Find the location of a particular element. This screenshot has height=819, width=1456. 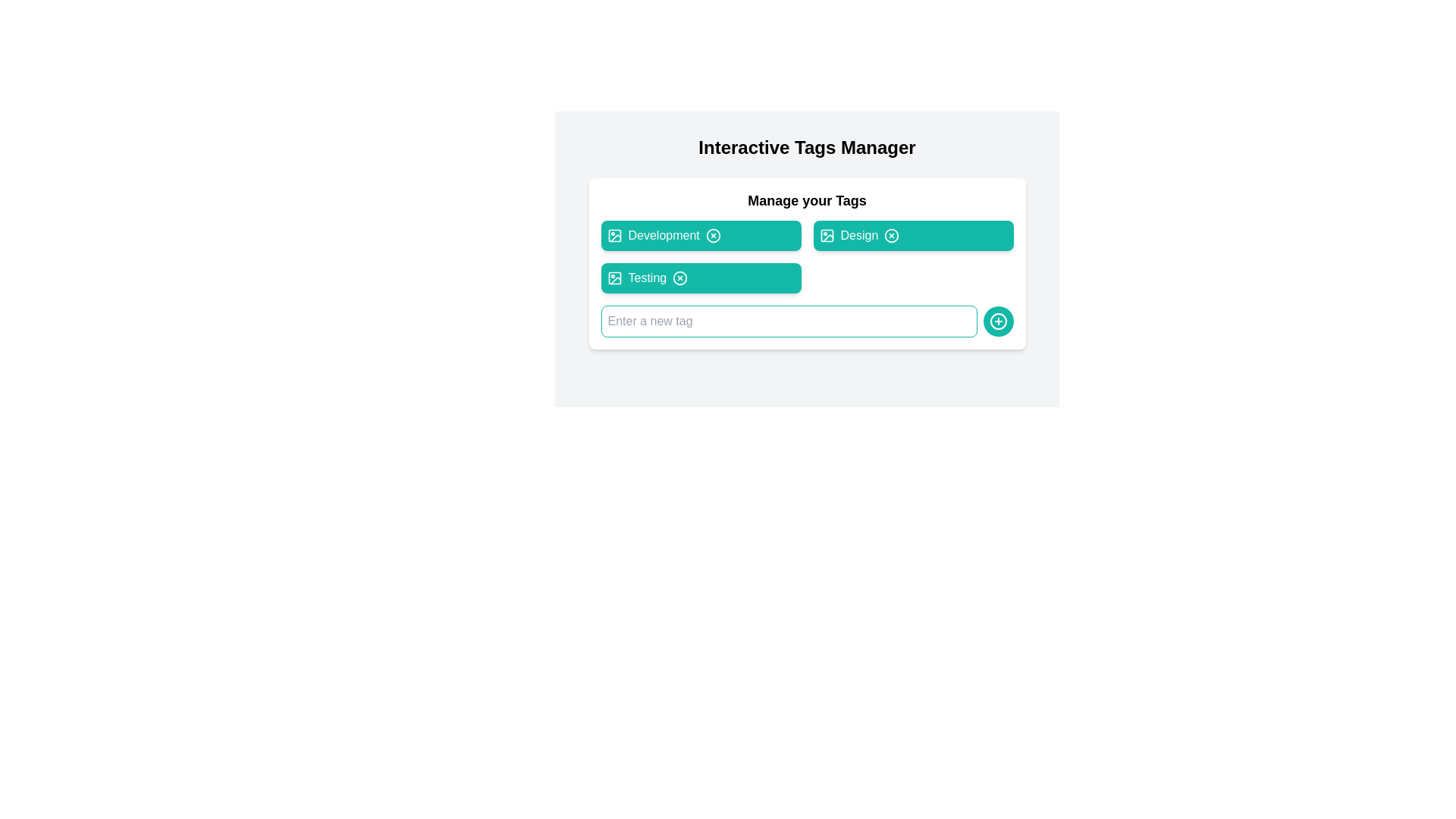

the 'Development' text label styled within a colored tag, located in the 'Manage your Tags' section is located at coordinates (664, 236).